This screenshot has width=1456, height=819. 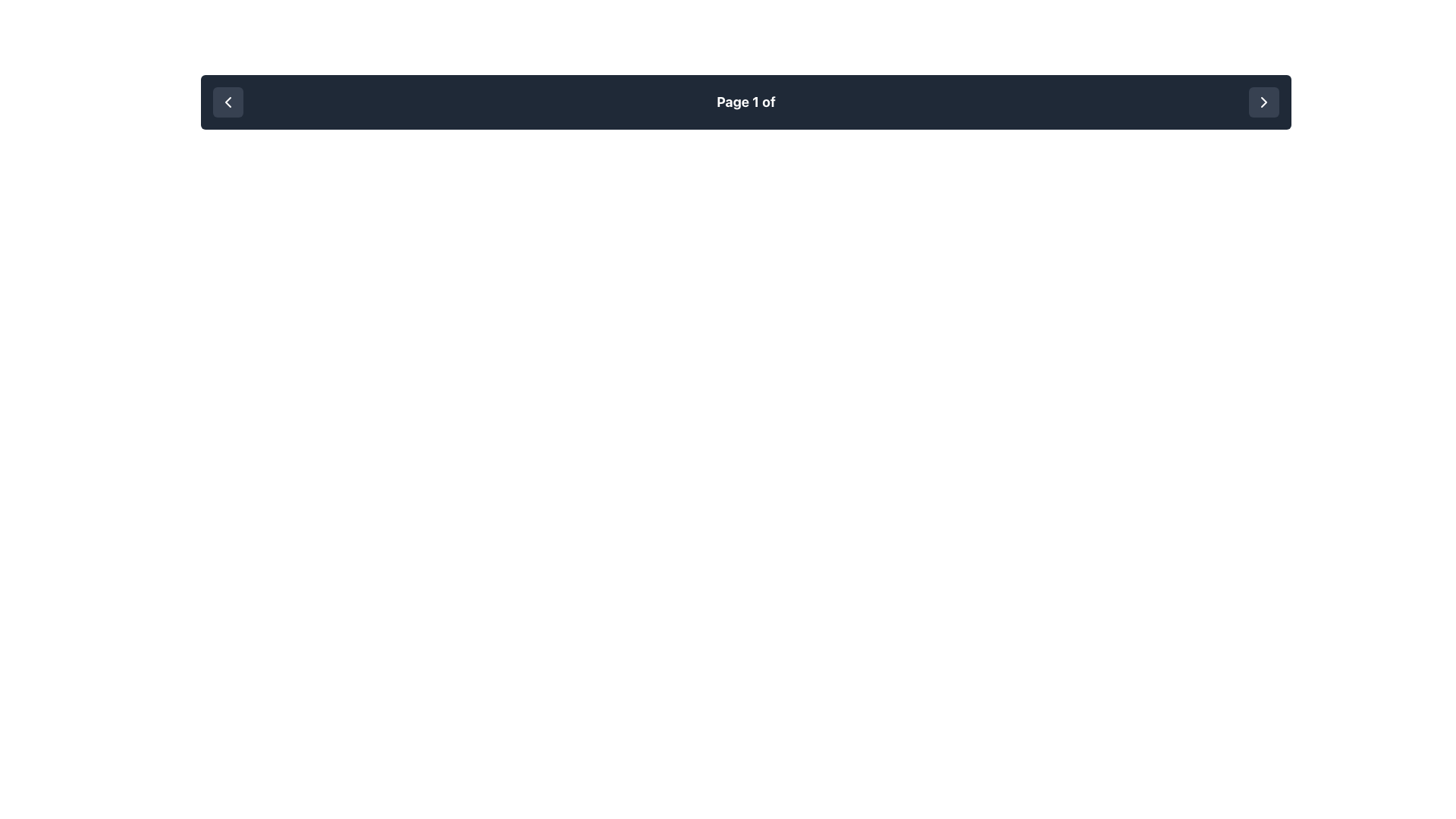 I want to click on the chevron left aligned icon located at the center of the button on the far-left side of the top bar, so click(x=227, y=102).